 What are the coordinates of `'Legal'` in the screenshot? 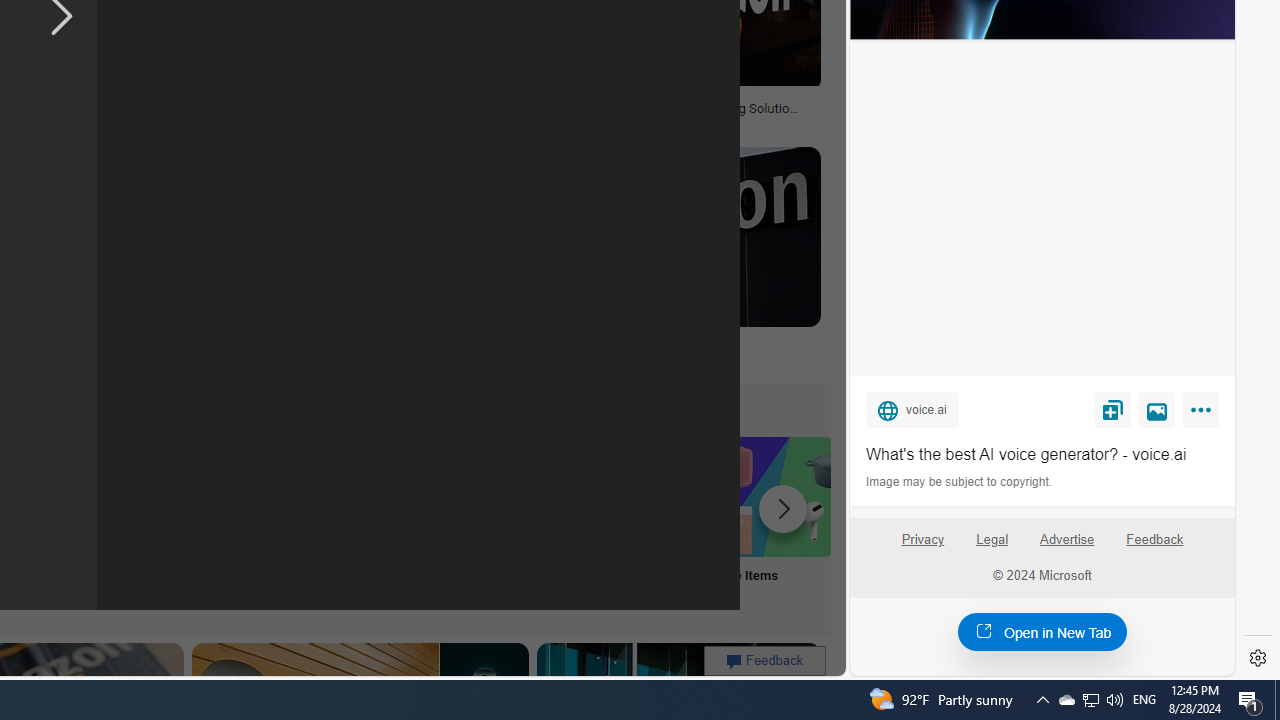 It's located at (992, 547).